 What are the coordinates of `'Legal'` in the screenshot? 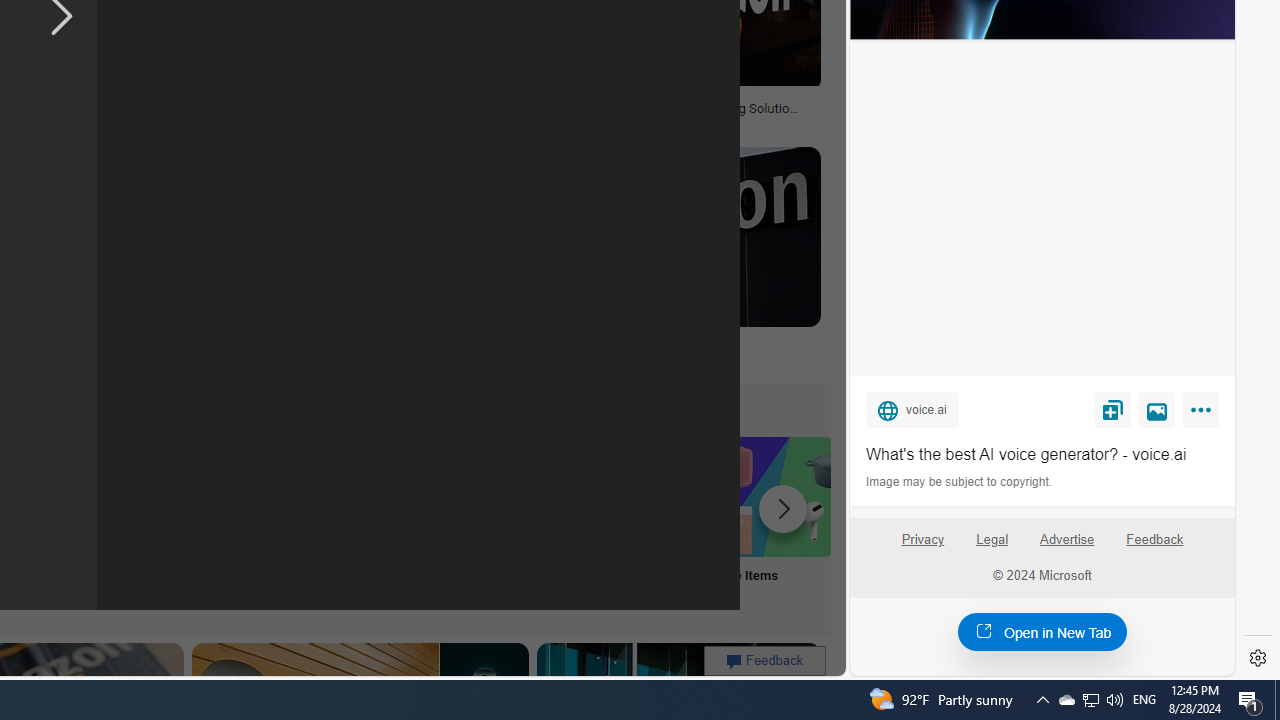 It's located at (992, 547).